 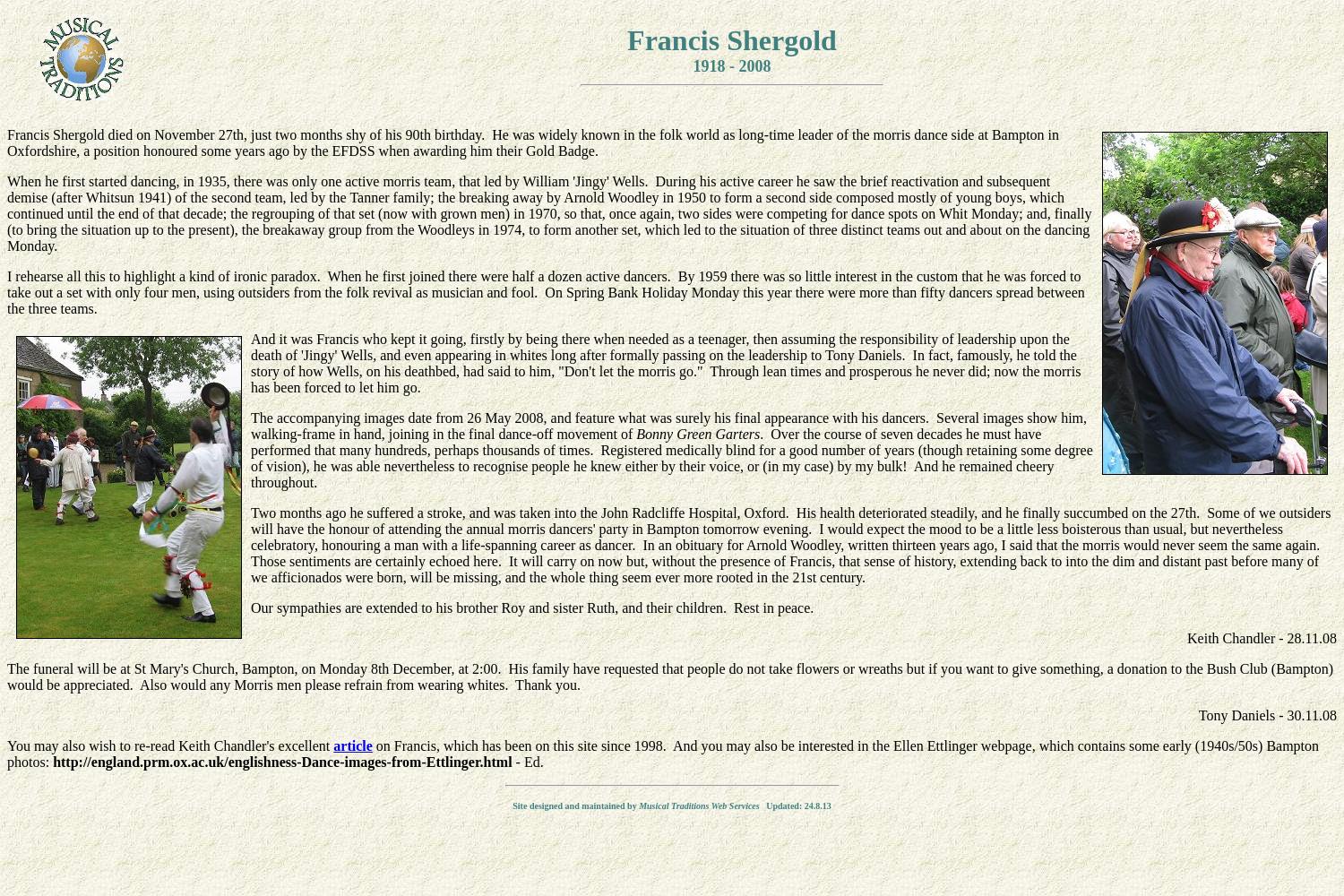 What do you see at coordinates (670, 458) in the screenshot?
I see `'.  Over the course of seven decades he must have performed that many hundreds, perhaps thousands of times.  Registered medically blind for a good number of years (though retaining some degree of vision), he was able nevertheless to recognise people he knew either by their voice, or (in my case) by my bulk!  And he remained cheery throughout.'` at bounding box center [670, 458].